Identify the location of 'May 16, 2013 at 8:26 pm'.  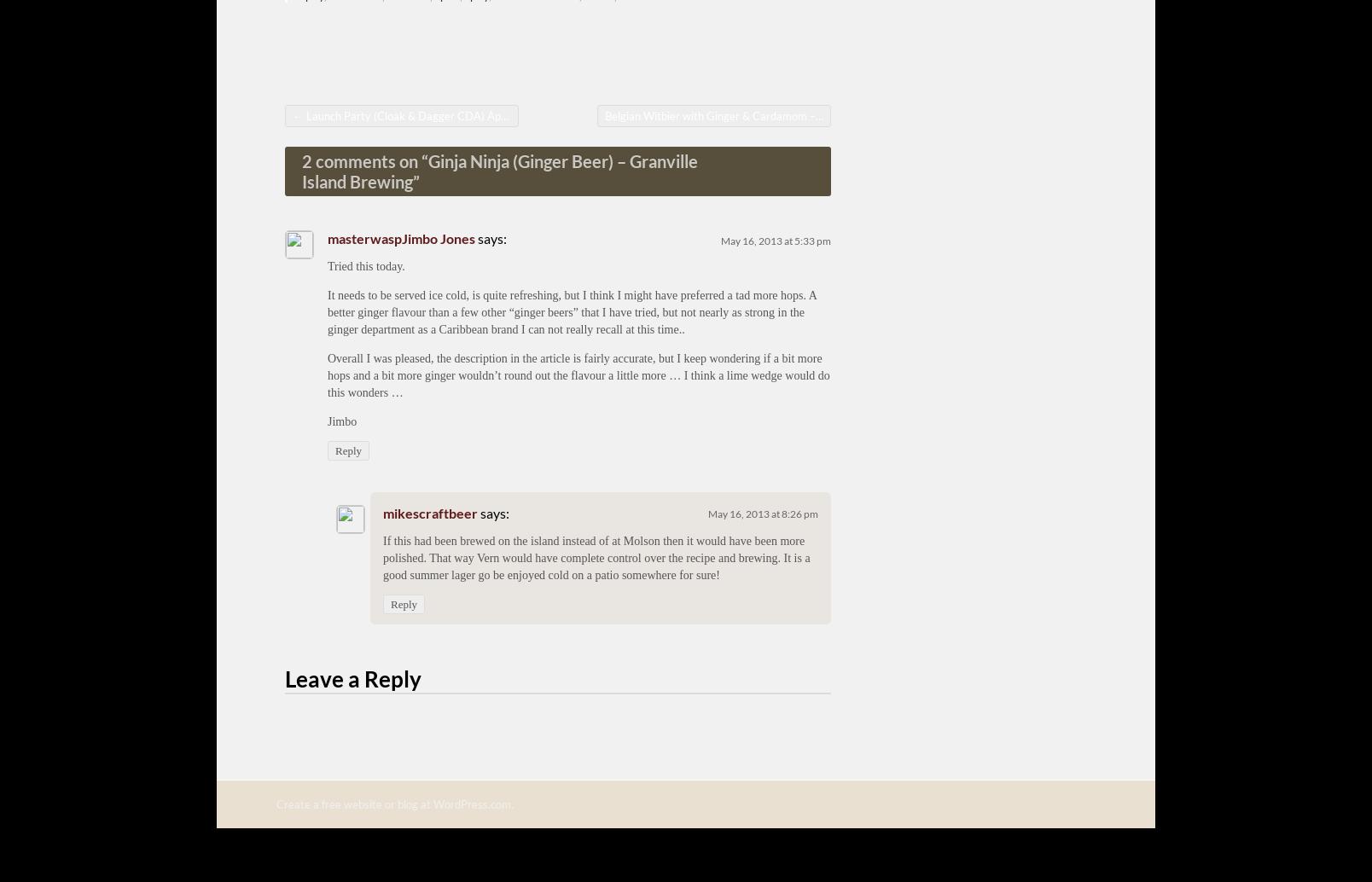
(763, 513).